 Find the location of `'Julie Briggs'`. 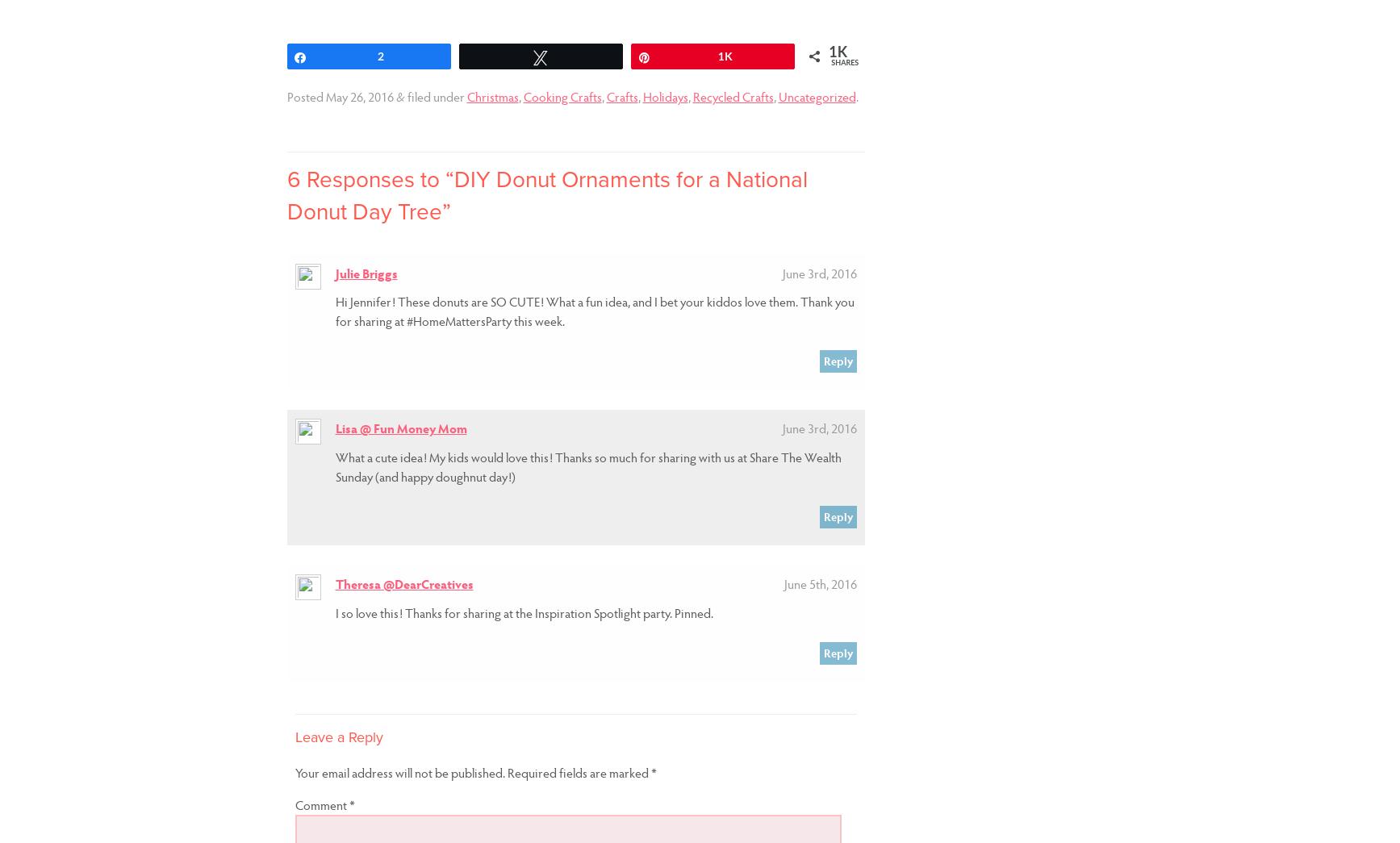

'Julie Briggs' is located at coordinates (366, 272).